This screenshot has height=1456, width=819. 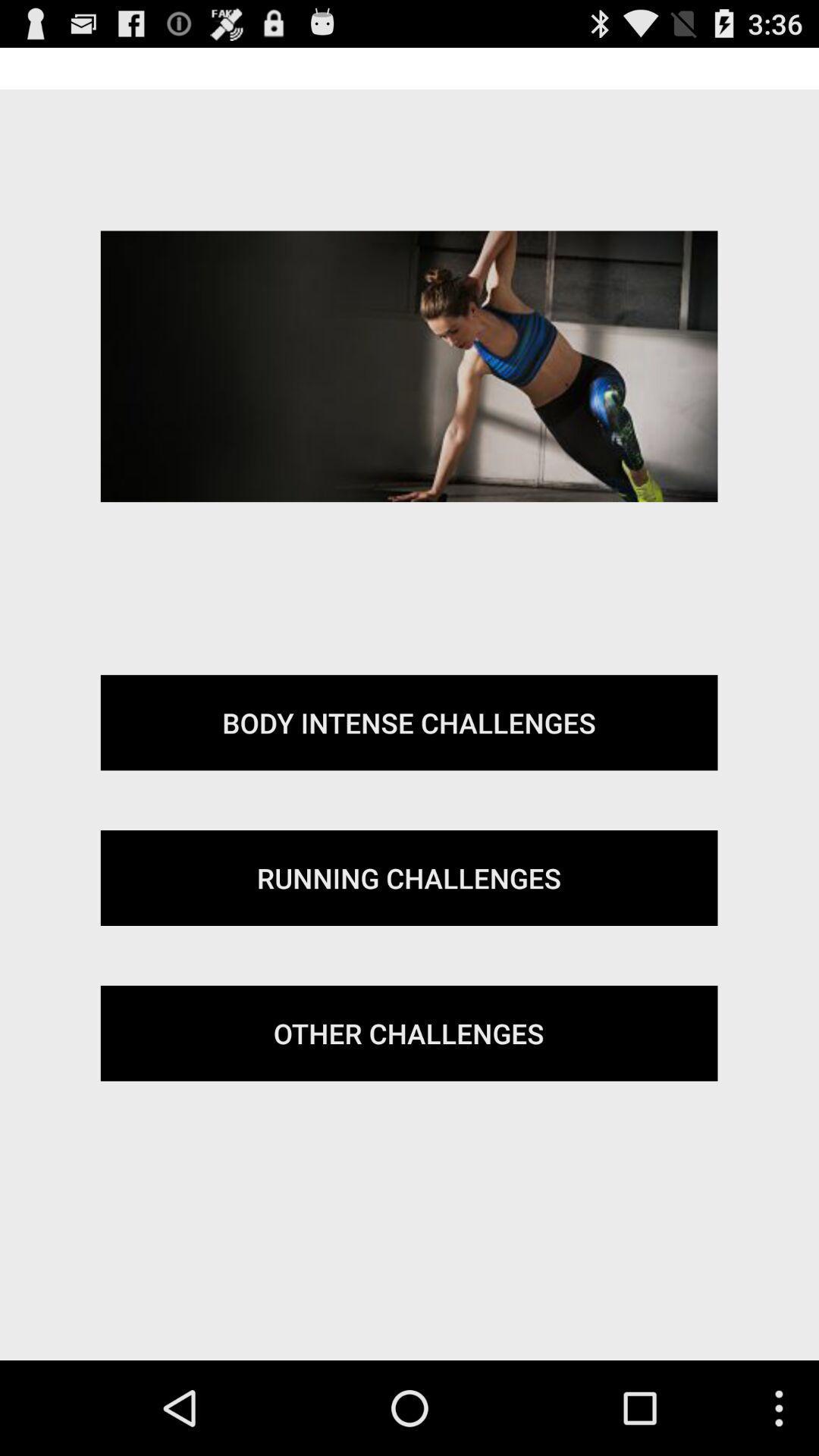 I want to click on icon below running challenges, so click(x=408, y=1032).